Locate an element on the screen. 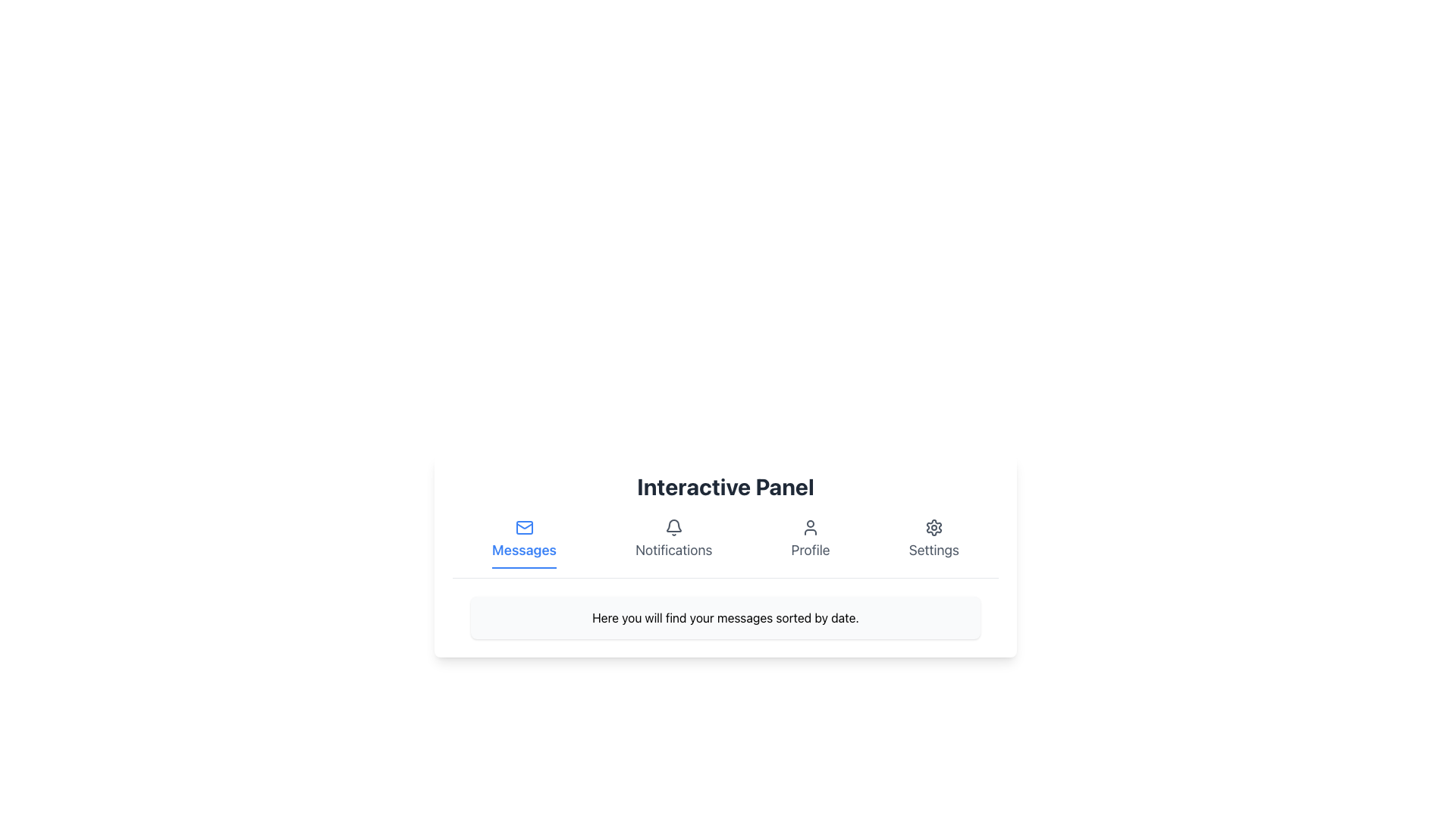  the user profile icon, which is a minimalistic circular head and semi-circular body icon located in the navigation bar is located at coordinates (810, 526).